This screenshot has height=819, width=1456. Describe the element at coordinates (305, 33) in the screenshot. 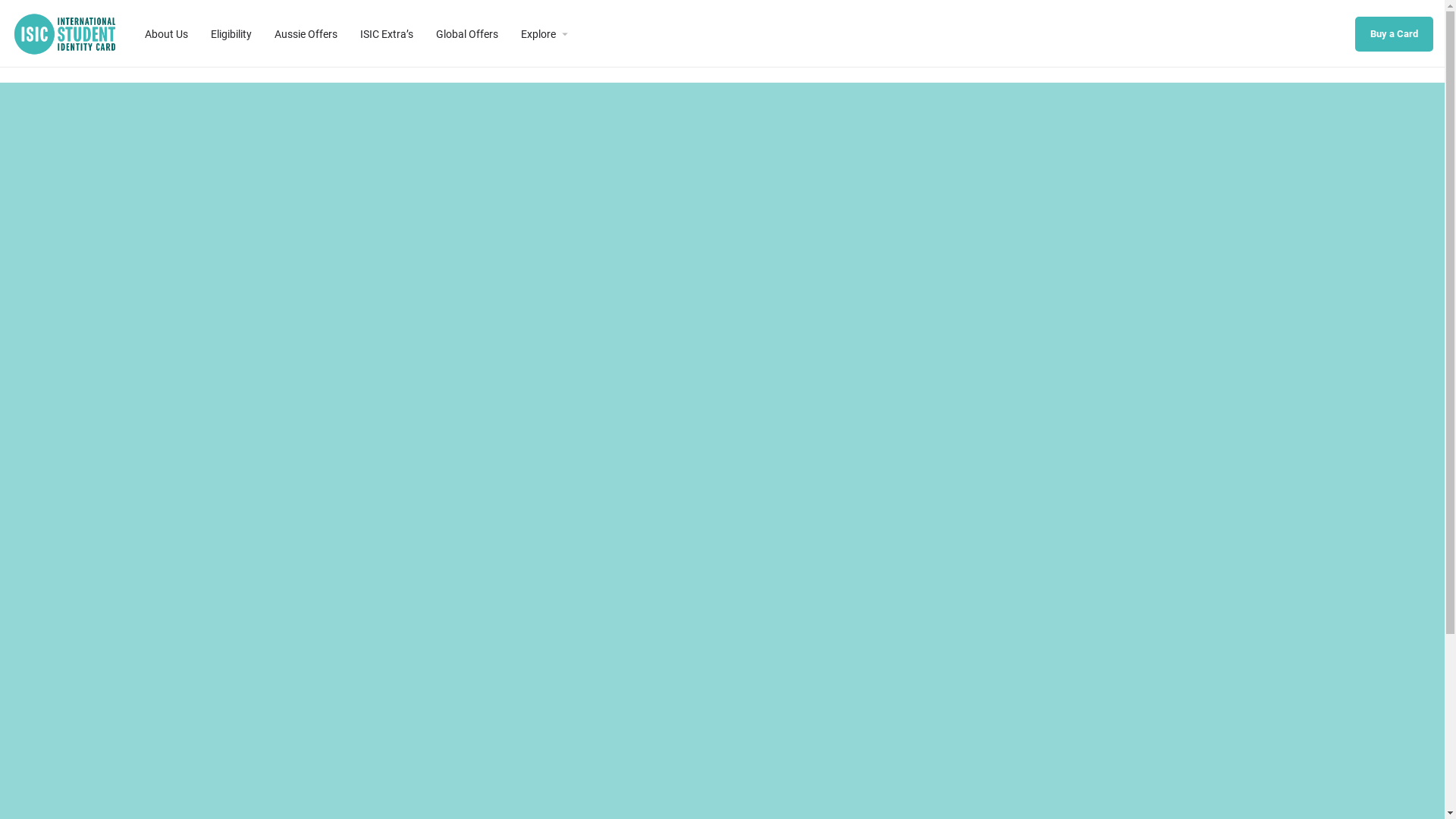

I see `'Aussie Offers'` at that location.